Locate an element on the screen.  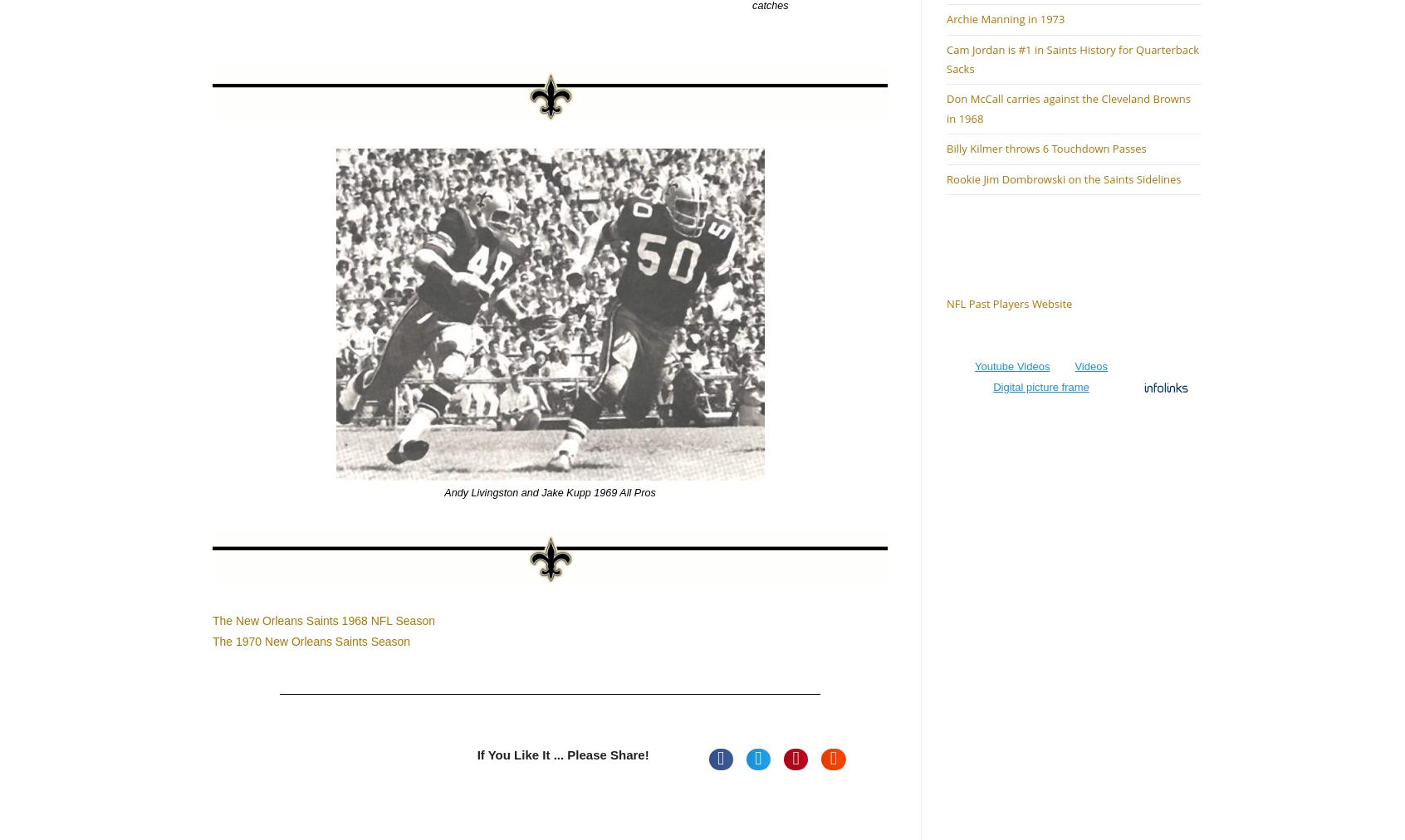
'Don McCall carries against the Cleveland Browns in 1968' is located at coordinates (1067, 108).